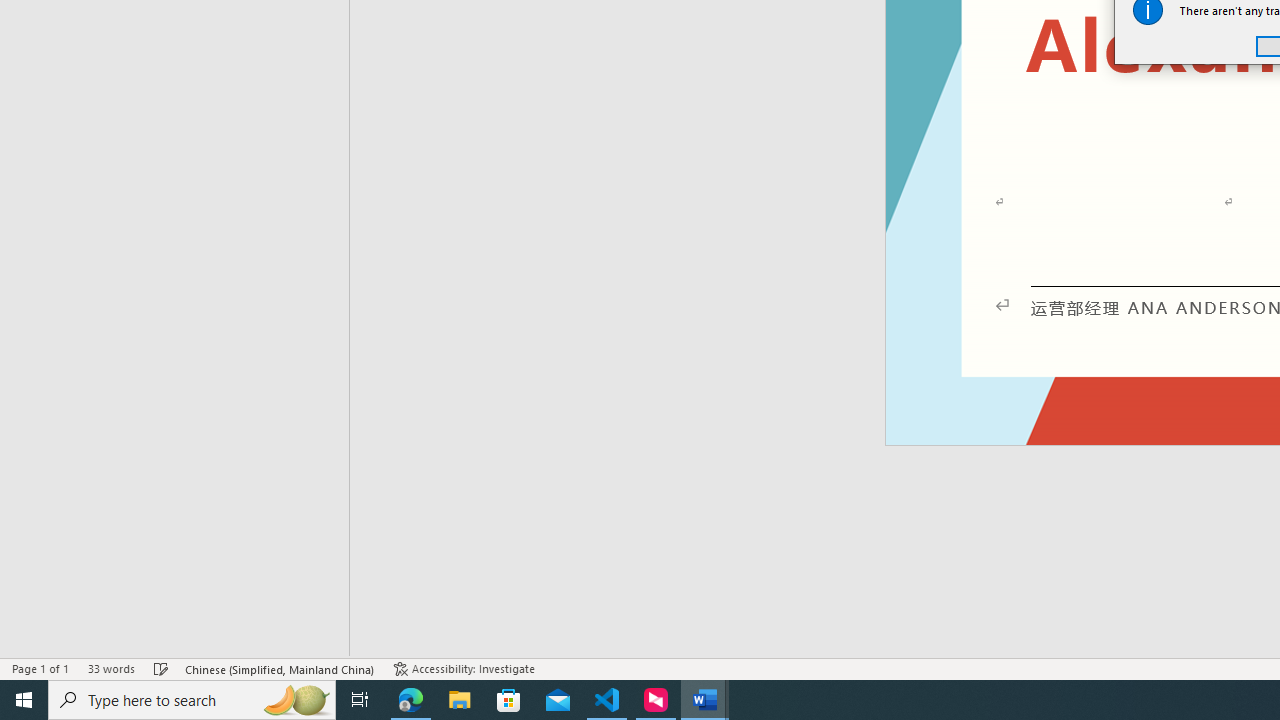 The image size is (1280, 720). Describe the element at coordinates (294, 698) in the screenshot. I see `'Search highlights icon opens search home window'` at that location.